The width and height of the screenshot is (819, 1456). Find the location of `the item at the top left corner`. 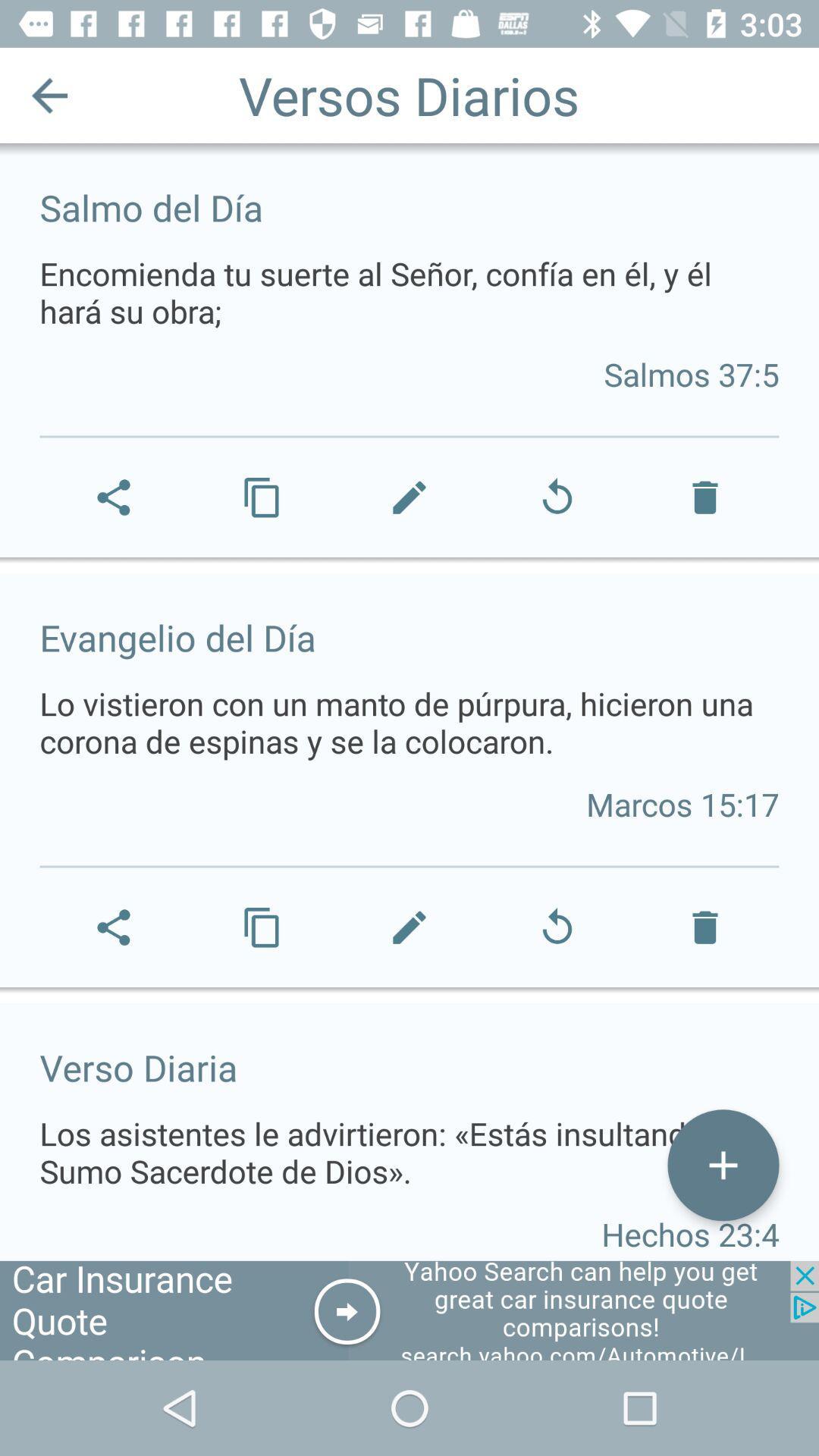

the item at the top left corner is located at coordinates (49, 94).